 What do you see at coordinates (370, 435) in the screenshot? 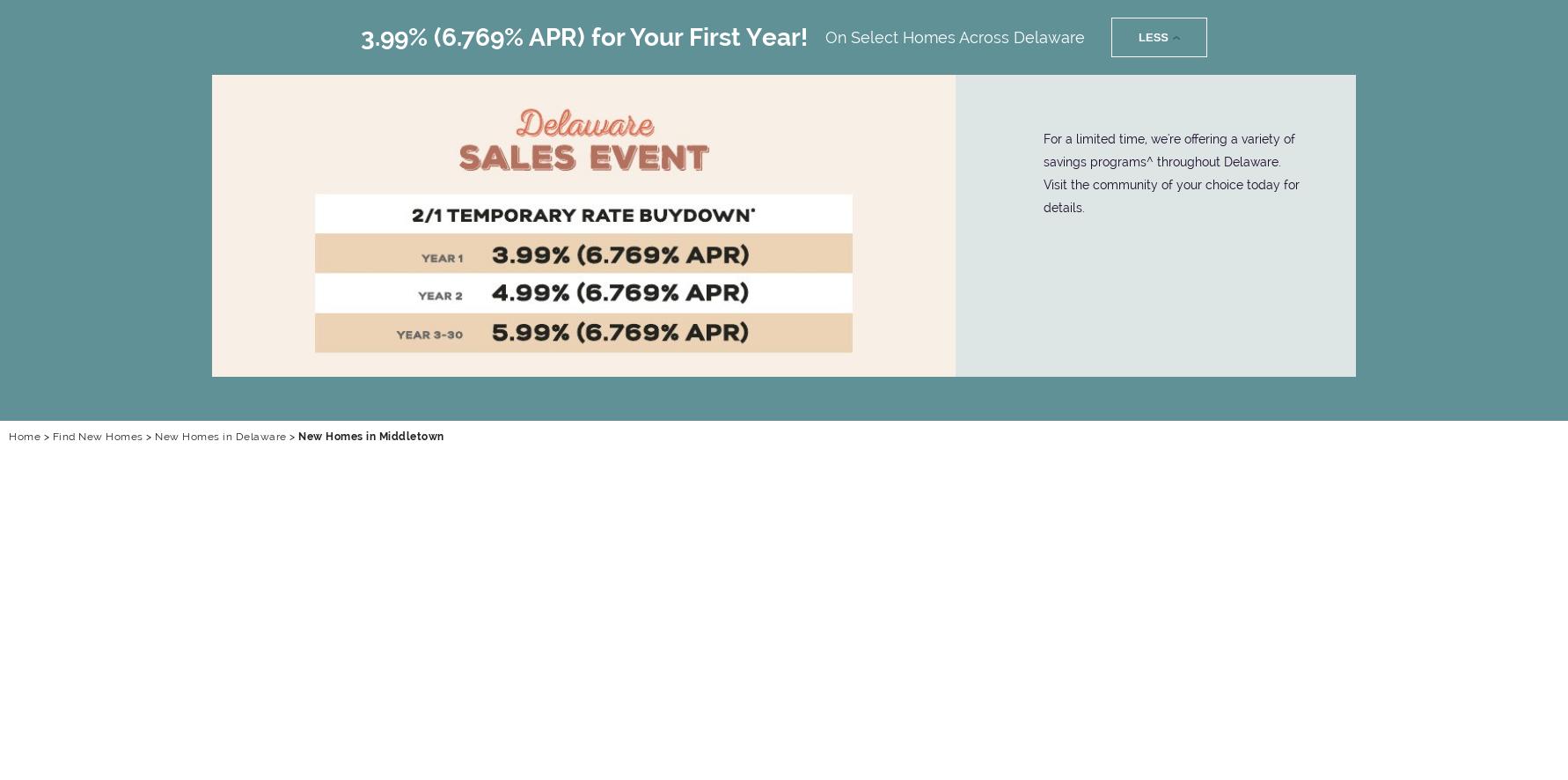
I see `'New Homes in Middletown'` at bounding box center [370, 435].